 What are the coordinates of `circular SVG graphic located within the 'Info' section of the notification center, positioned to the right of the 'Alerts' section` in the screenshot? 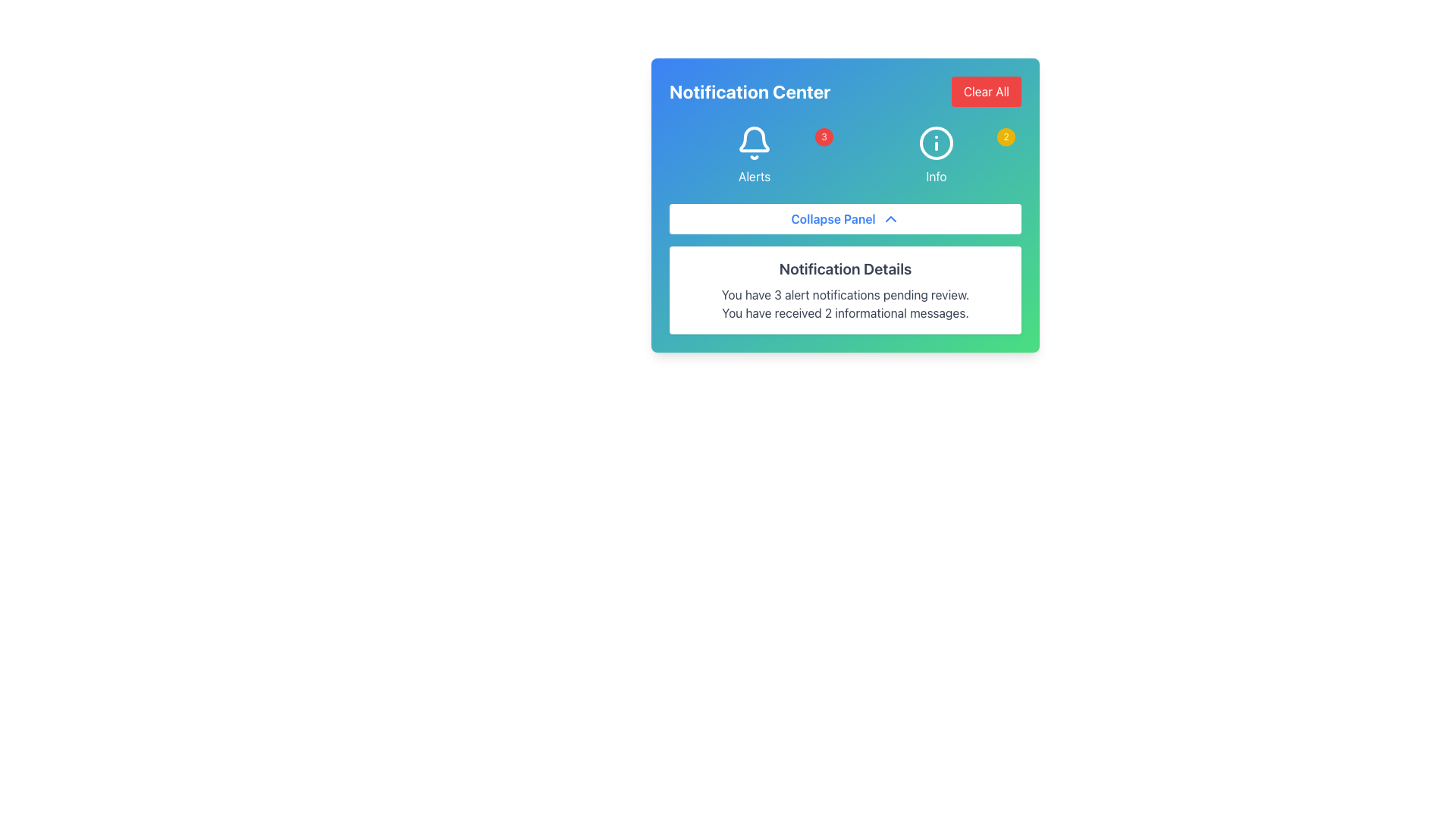 It's located at (935, 143).